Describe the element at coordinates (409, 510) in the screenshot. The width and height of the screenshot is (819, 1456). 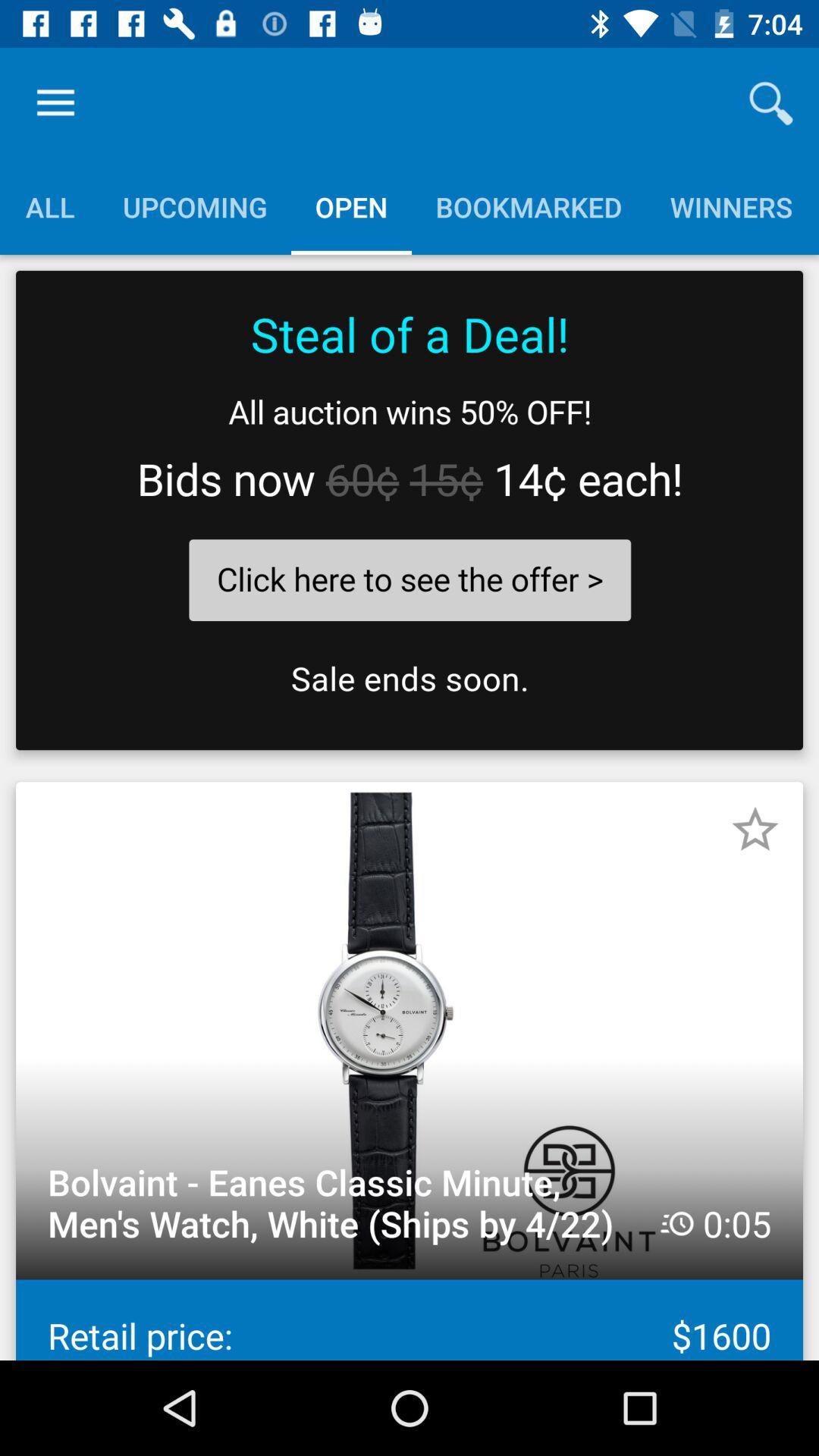
I see `sale offer` at that location.